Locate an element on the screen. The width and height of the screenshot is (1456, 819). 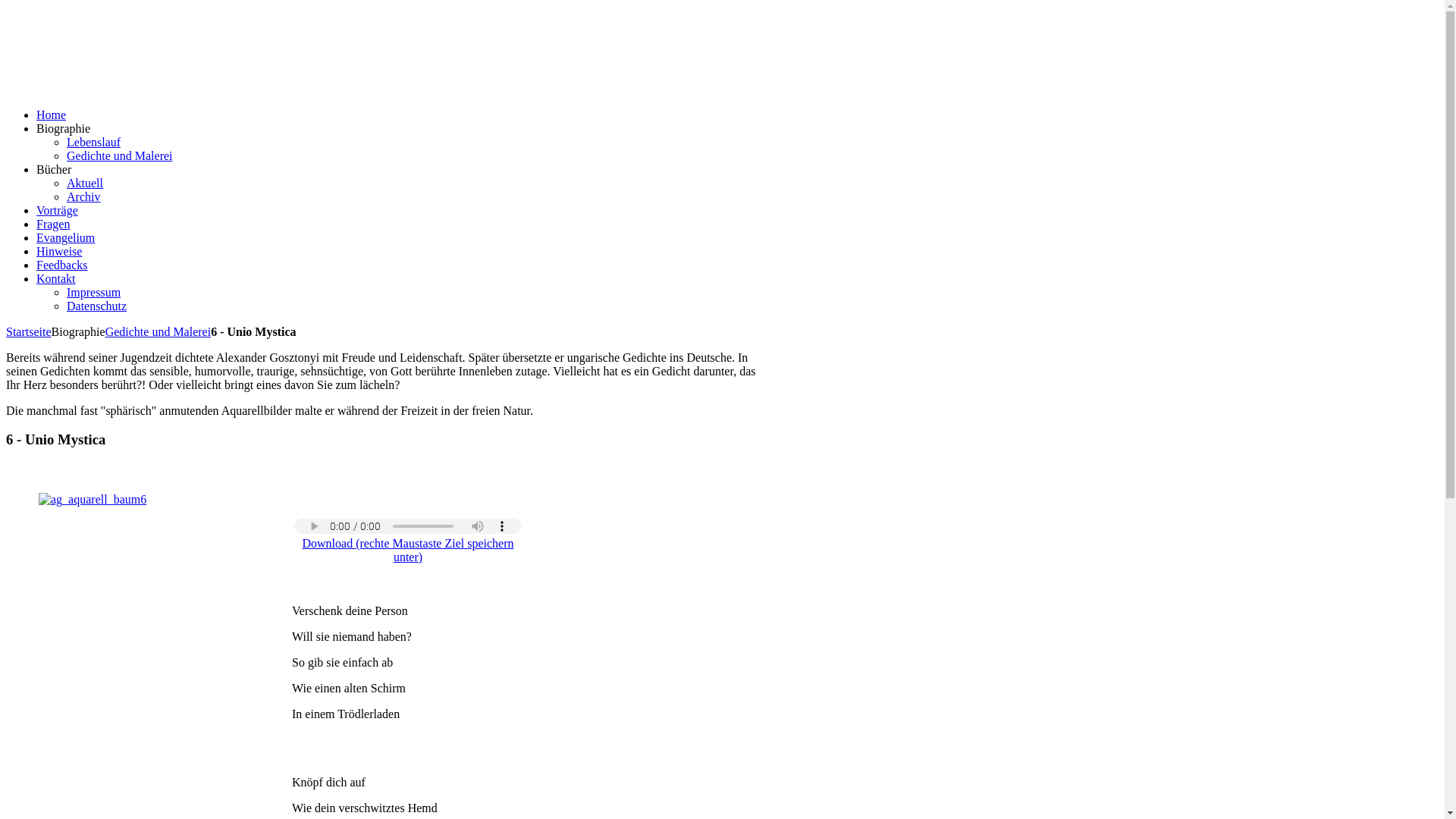
'Fragen' is located at coordinates (53, 224).